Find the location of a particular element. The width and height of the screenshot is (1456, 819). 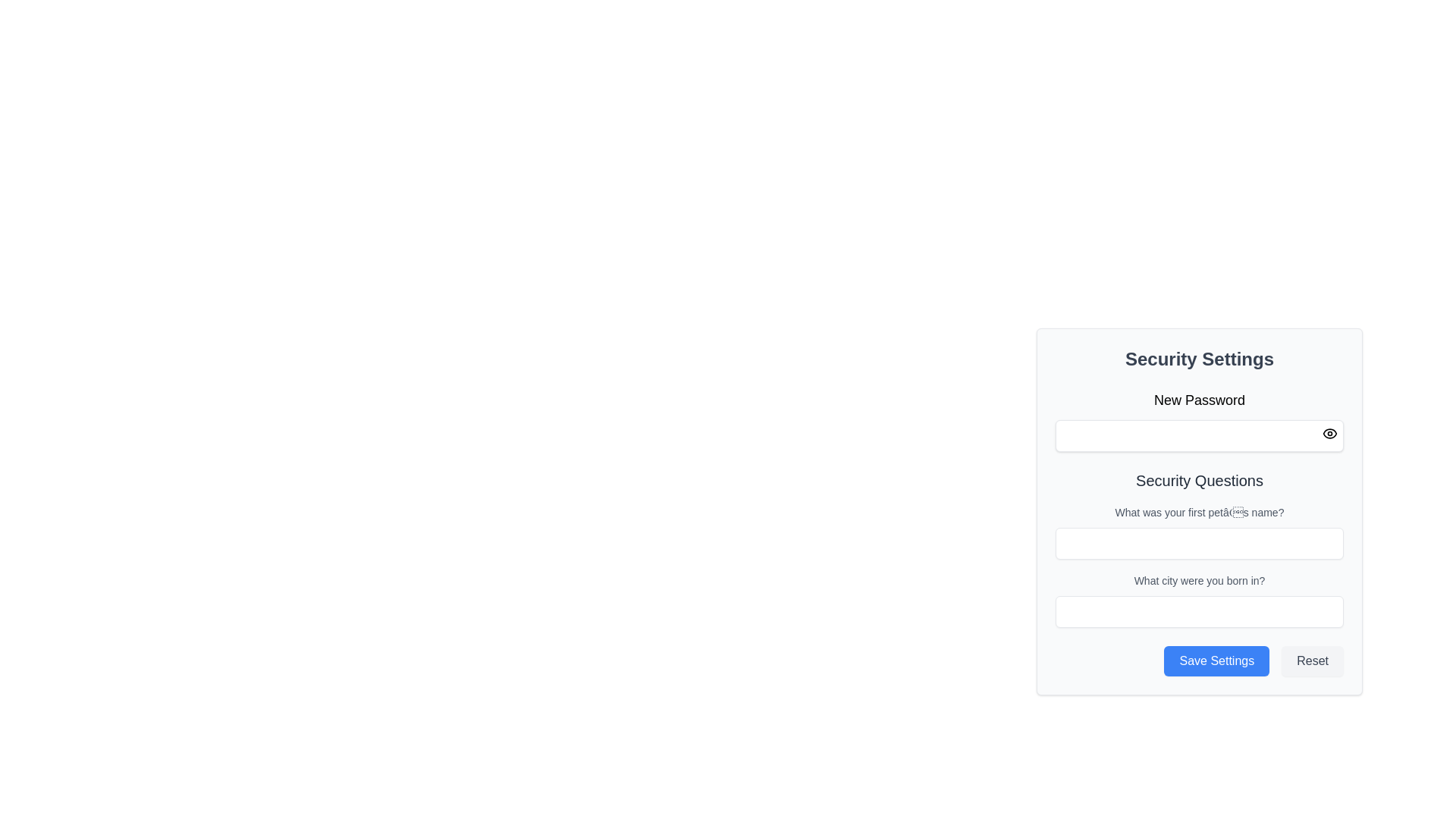

the reset button located at the bottom-right corner of the form is located at coordinates (1312, 660).